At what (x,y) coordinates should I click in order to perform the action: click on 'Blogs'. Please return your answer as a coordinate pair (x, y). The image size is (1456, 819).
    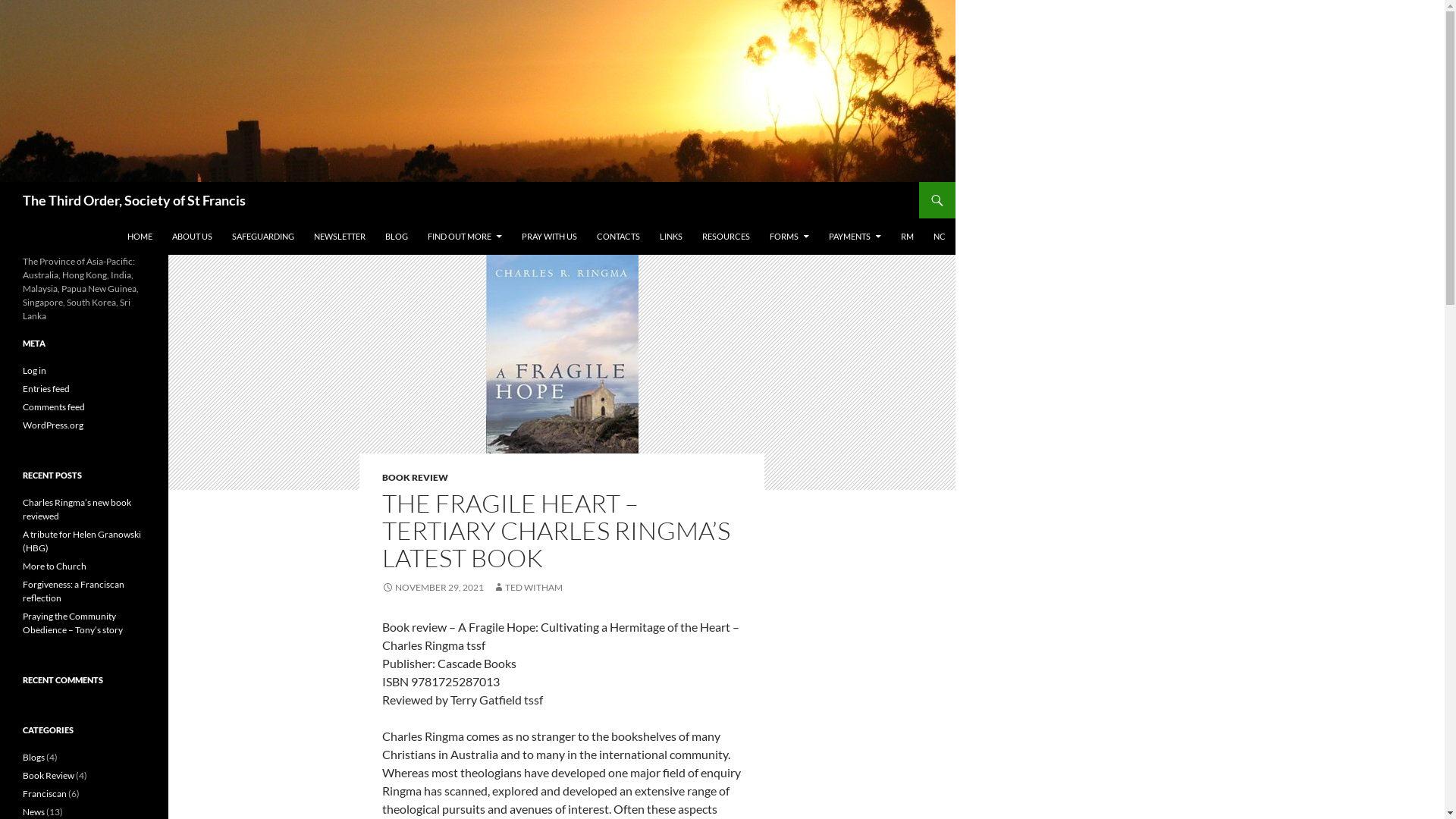
    Looking at the image, I should click on (33, 757).